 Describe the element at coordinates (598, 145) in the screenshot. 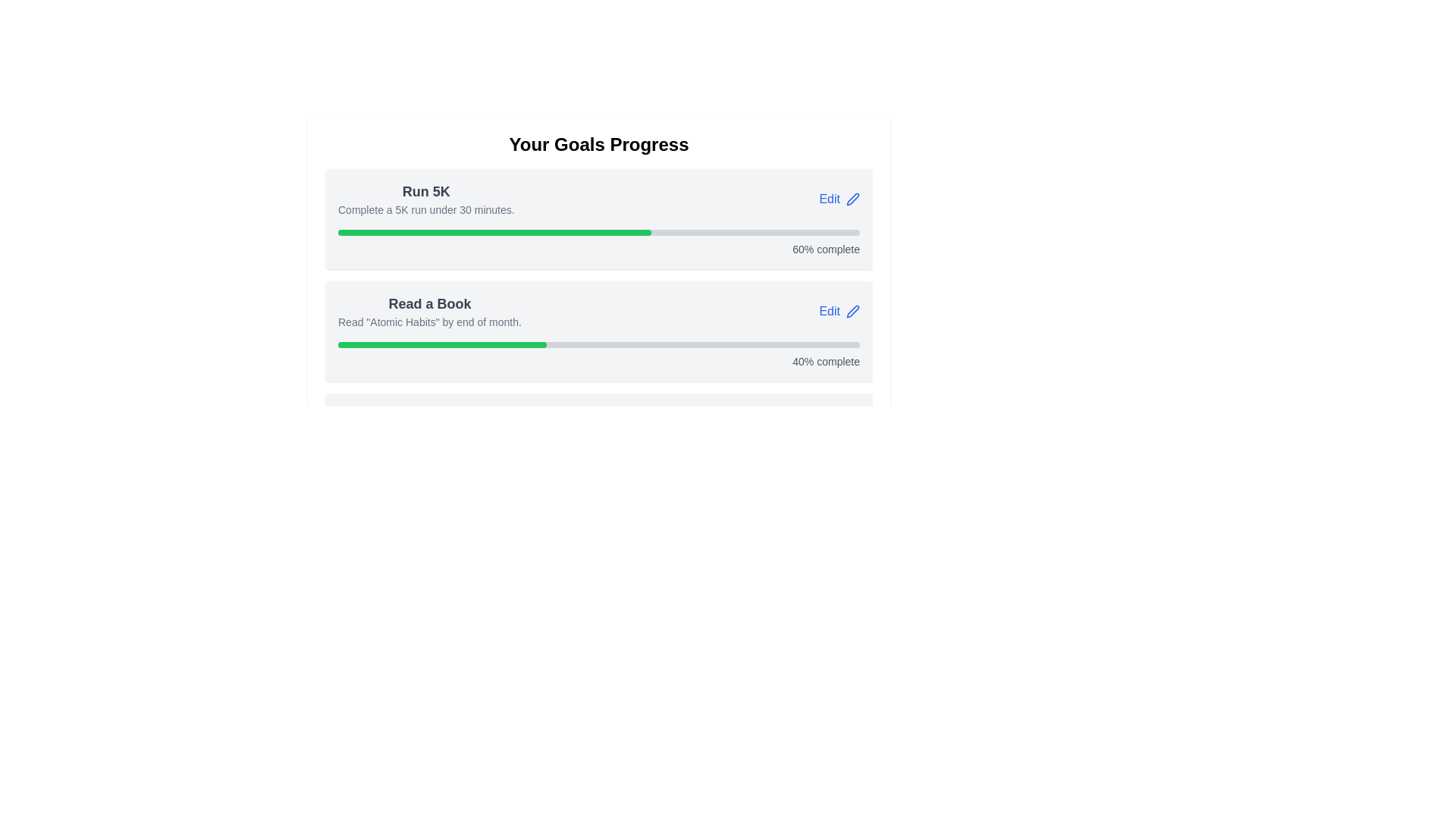

I see `the Text Header that serves as the title for the goals' progress section, located at the top center of the section` at that location.